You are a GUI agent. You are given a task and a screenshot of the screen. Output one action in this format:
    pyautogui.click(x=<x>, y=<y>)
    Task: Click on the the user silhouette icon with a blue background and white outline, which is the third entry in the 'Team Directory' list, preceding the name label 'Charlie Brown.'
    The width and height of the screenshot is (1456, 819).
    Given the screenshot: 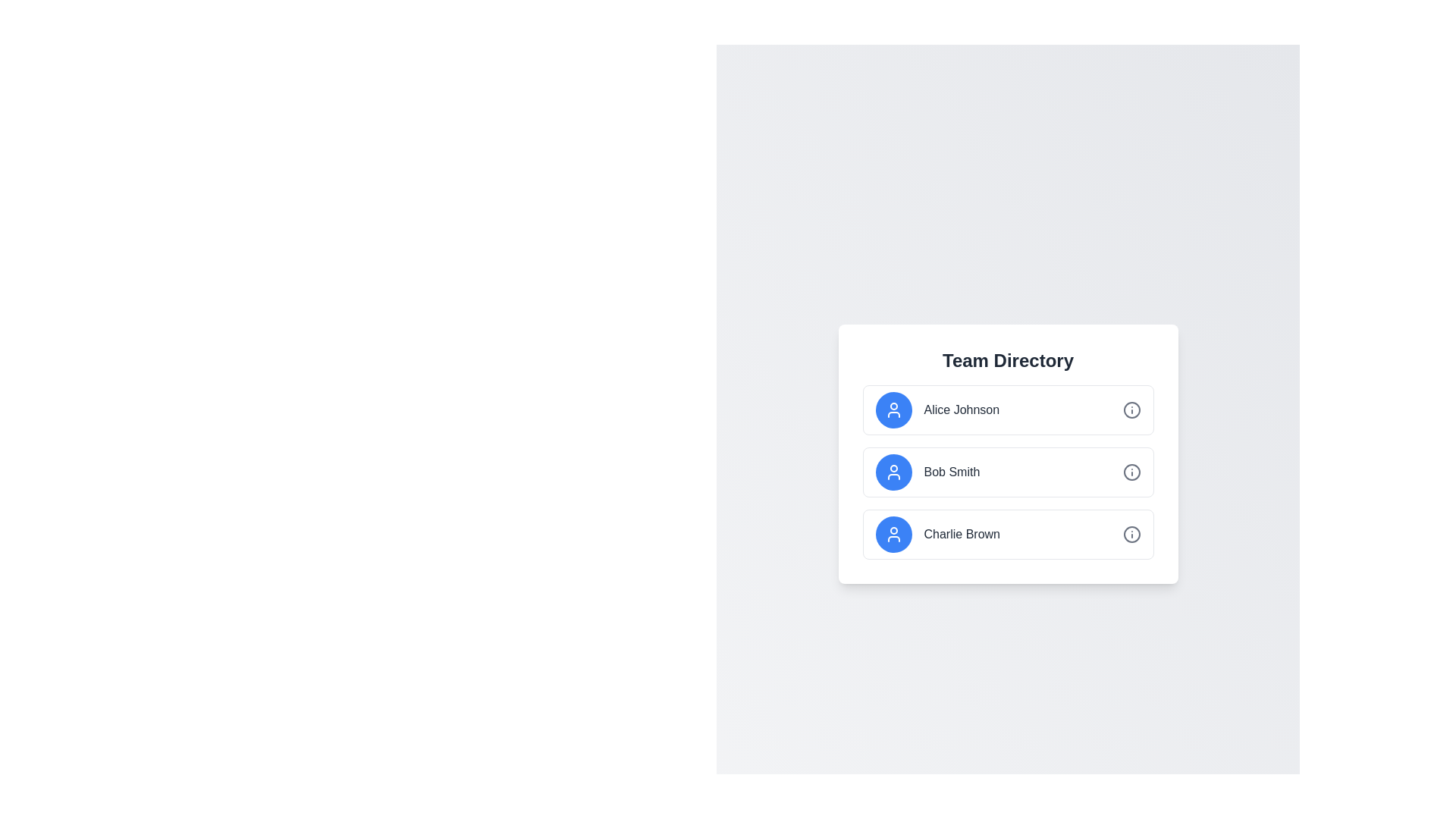 What is the action you would take?
    pyautogui.click(x=893, y=534)
    